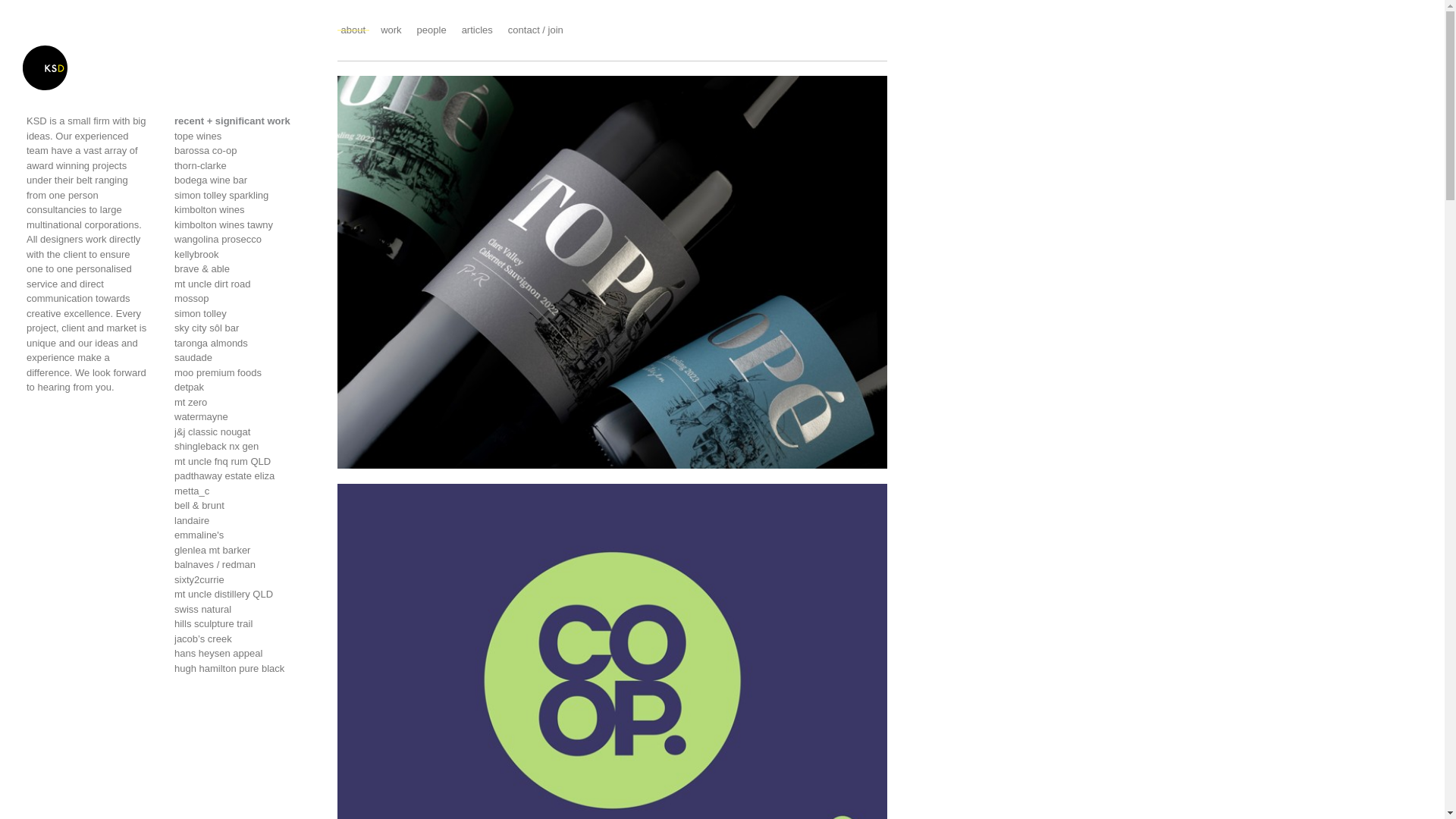 This screenshot has height=819, width=1456. Describe the element at coordinates (243, 417) in the screenshot. I see `'watermayne'` at that location.